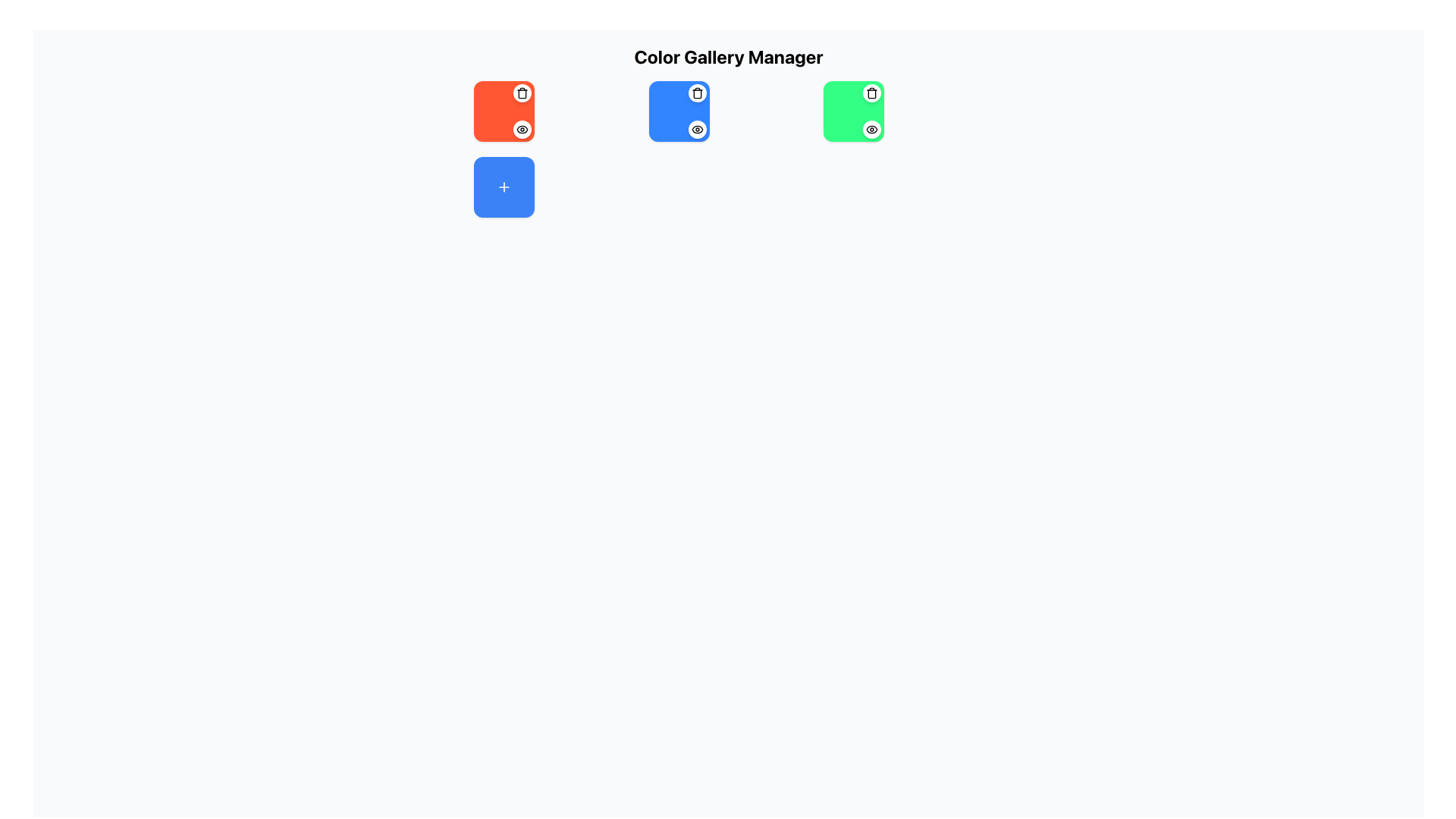 The image size is (1456, 819). I want to click on the delete icon button located at the top-right corner of a green square interface to initiate a delete action, so click(872, 93).